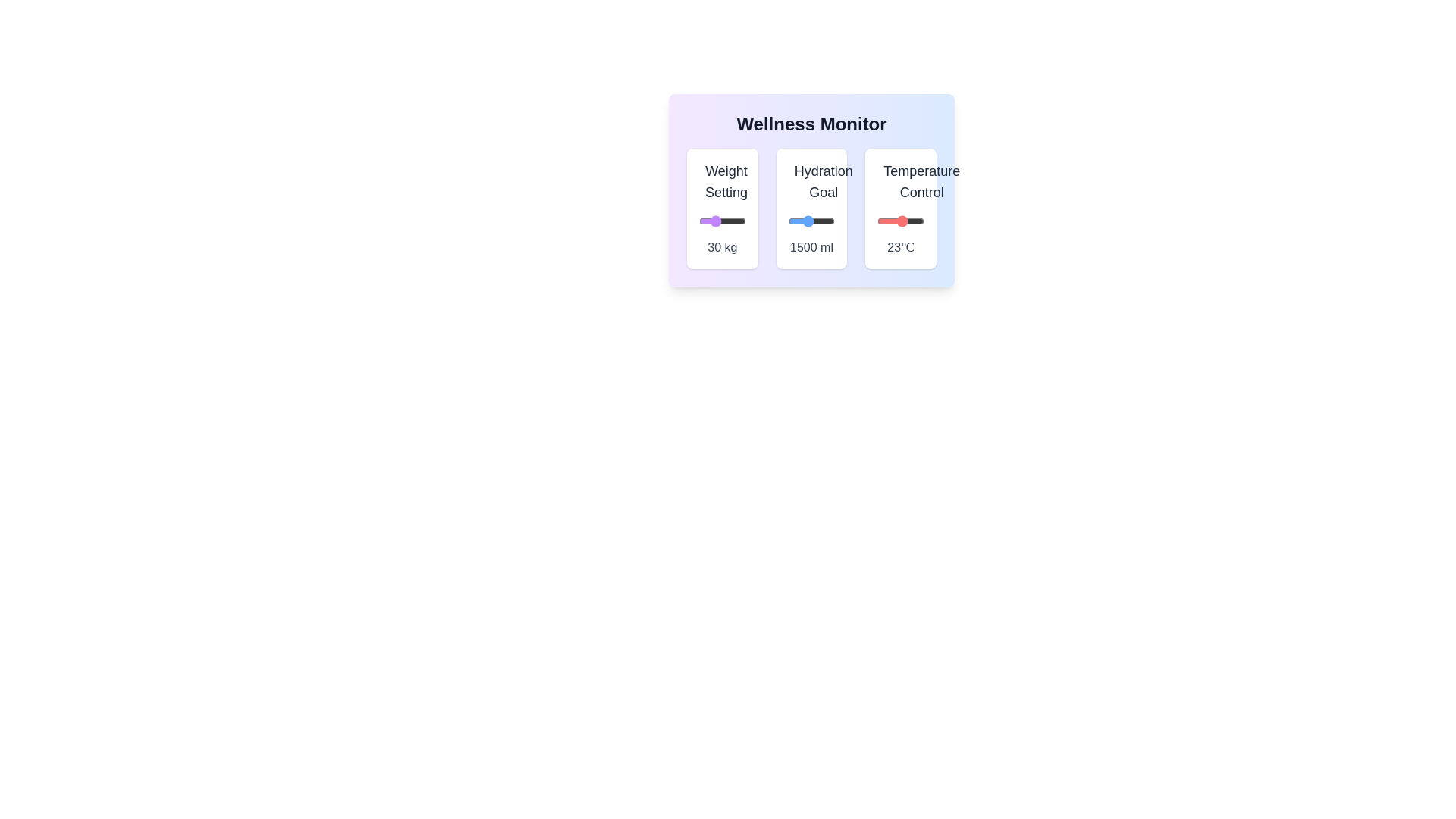 The width and height of the screenshot is (1456, 819). Describe the element at coordinates (811, 247) in the screenshot. I see `the '1500 ml' text label, which is displayed in muted gray color and is centered within the second card labeled 'Hydration Goal' in the 'Wellness Monitor' section` at that location.